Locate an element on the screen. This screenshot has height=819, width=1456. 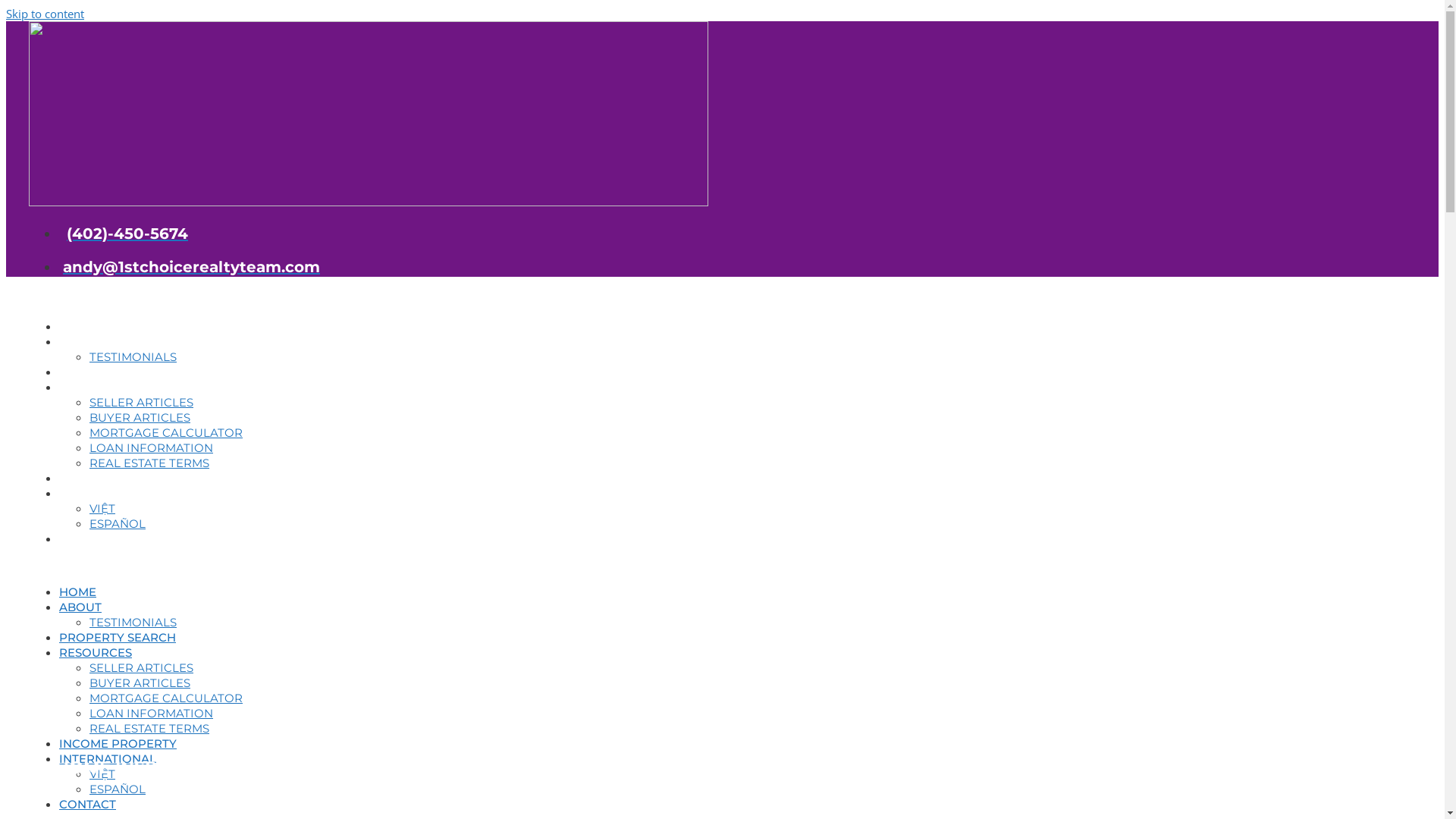
'Skip to content' is located at coordinates (45, 14).